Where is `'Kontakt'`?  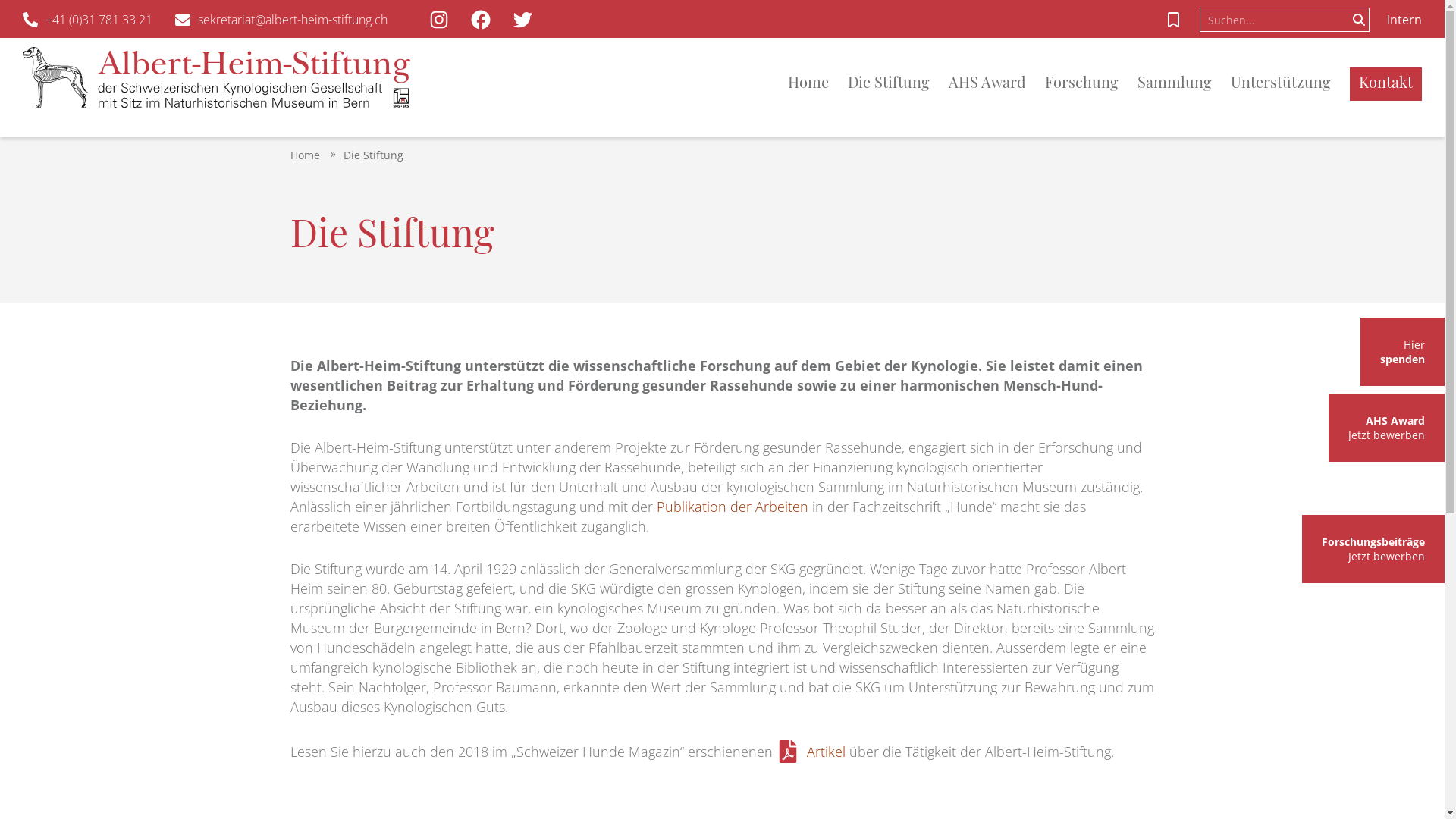 'Kontakt' is located at coordinates (1385, 83).